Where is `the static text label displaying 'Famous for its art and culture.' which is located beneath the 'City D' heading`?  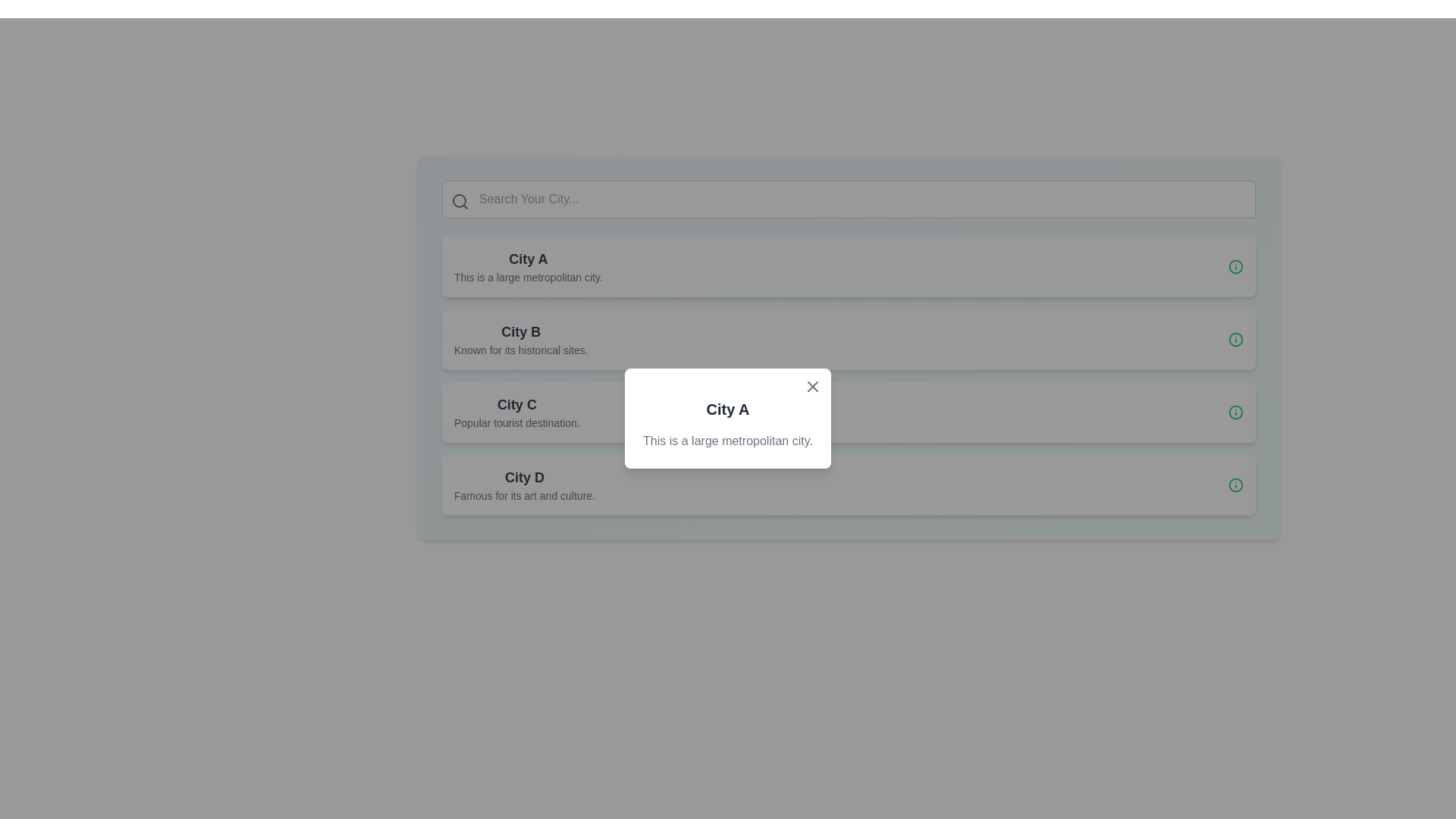 the static text label displaying 'Famous for its art and culture.' which is located beneath the 'City D' heading is located at coordinates (524, 496).